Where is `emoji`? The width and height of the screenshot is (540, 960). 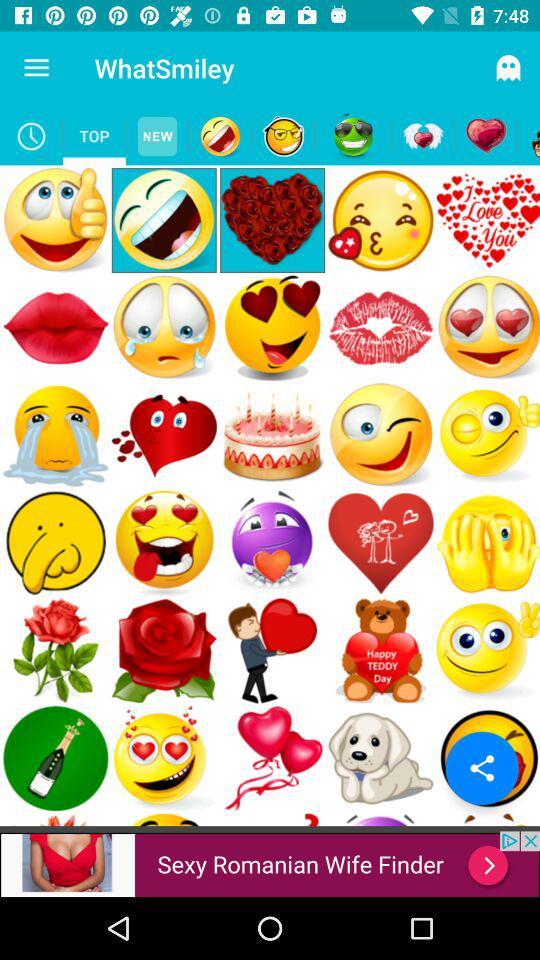
emoji is located at coordinates (219, 135).